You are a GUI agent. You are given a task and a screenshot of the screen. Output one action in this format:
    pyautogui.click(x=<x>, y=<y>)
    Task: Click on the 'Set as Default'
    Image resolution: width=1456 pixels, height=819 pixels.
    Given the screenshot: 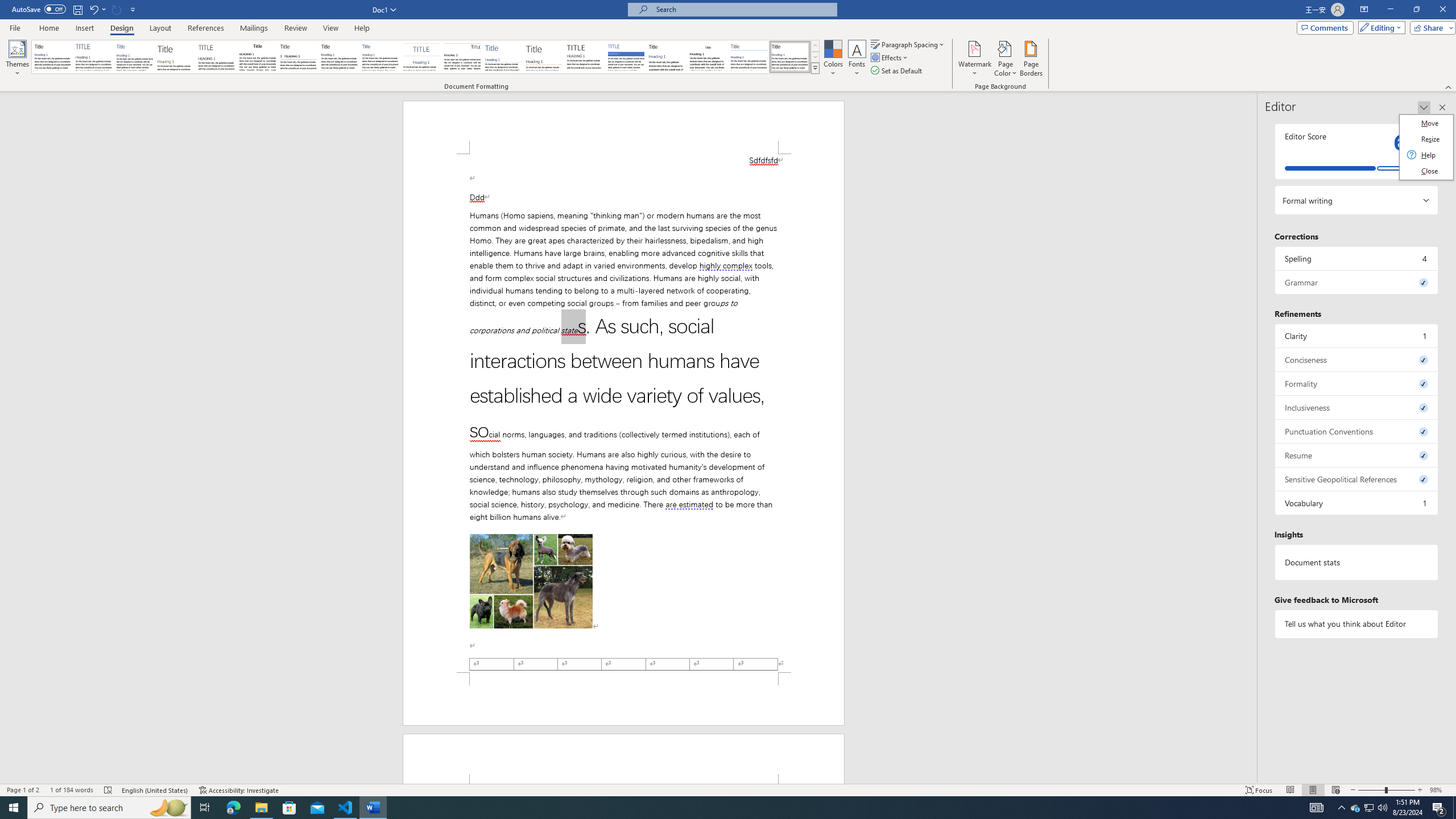 What is the action you would take?
    pyautogui.click(x=897, y=69)
    